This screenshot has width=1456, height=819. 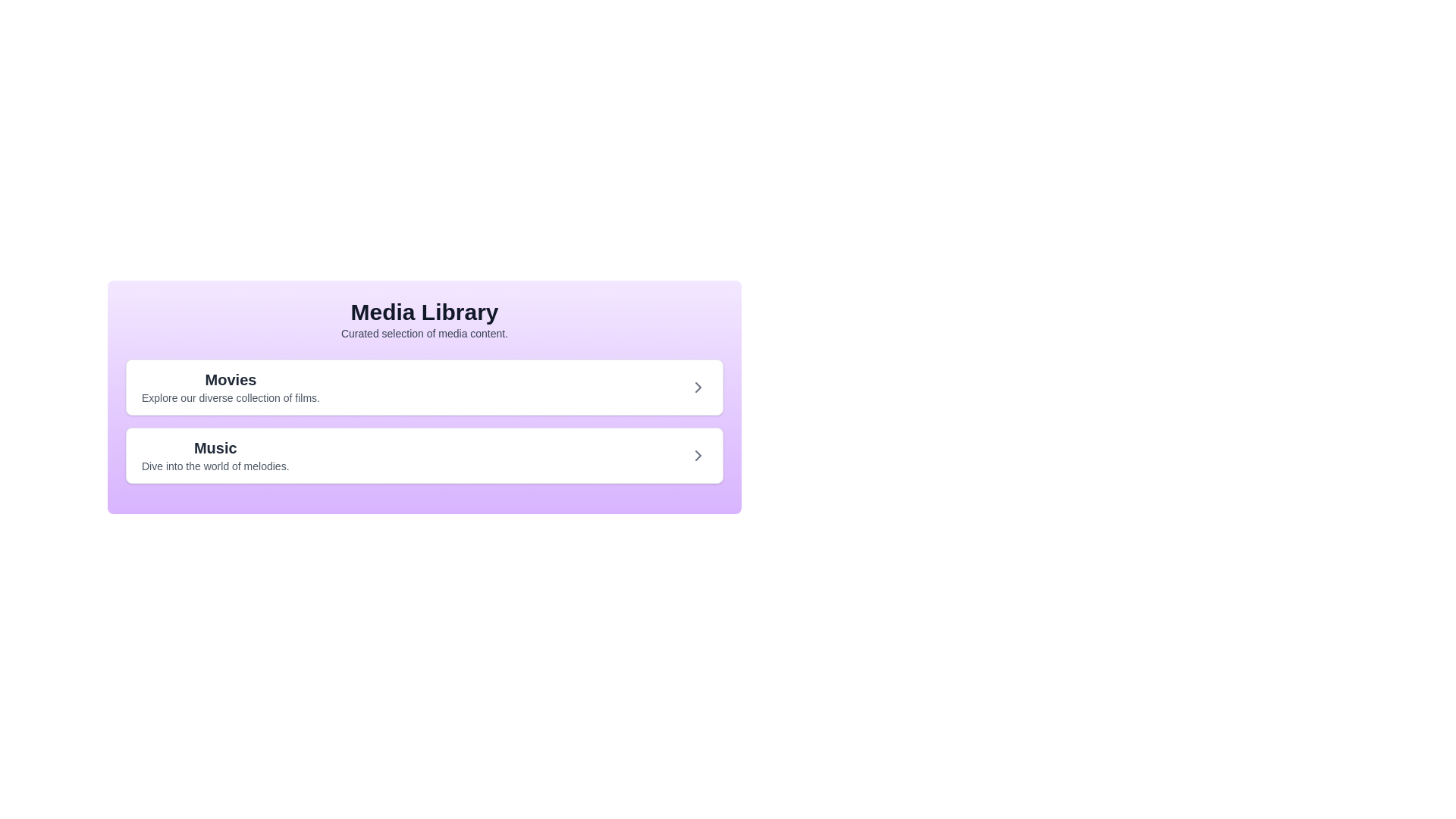 I want to click on the chevron icon located at the far-right end of the 'Music' item, so click(x=698, y=455).